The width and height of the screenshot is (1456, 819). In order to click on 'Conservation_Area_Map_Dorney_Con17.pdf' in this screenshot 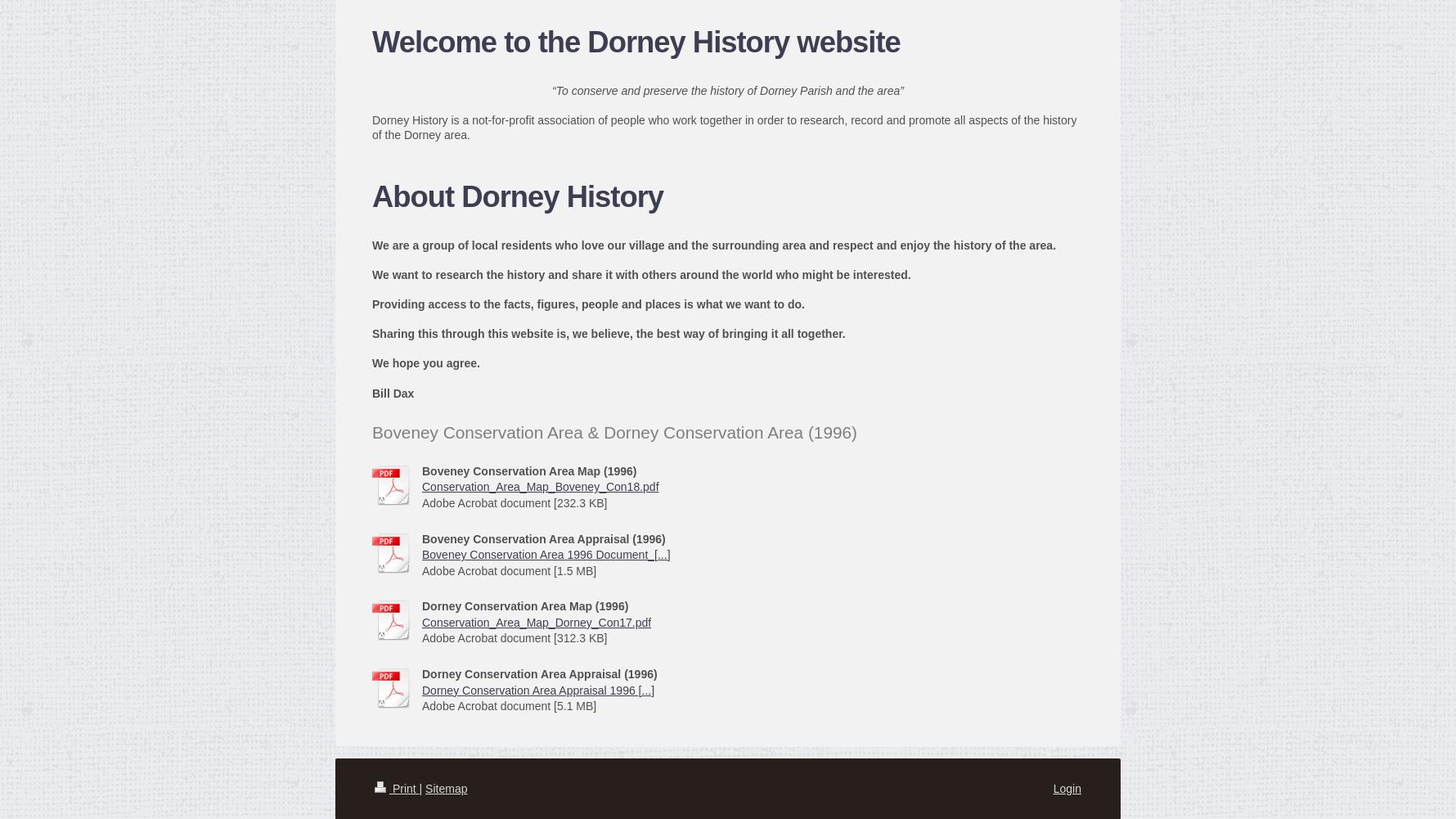, I will do `click(536, 621)`.